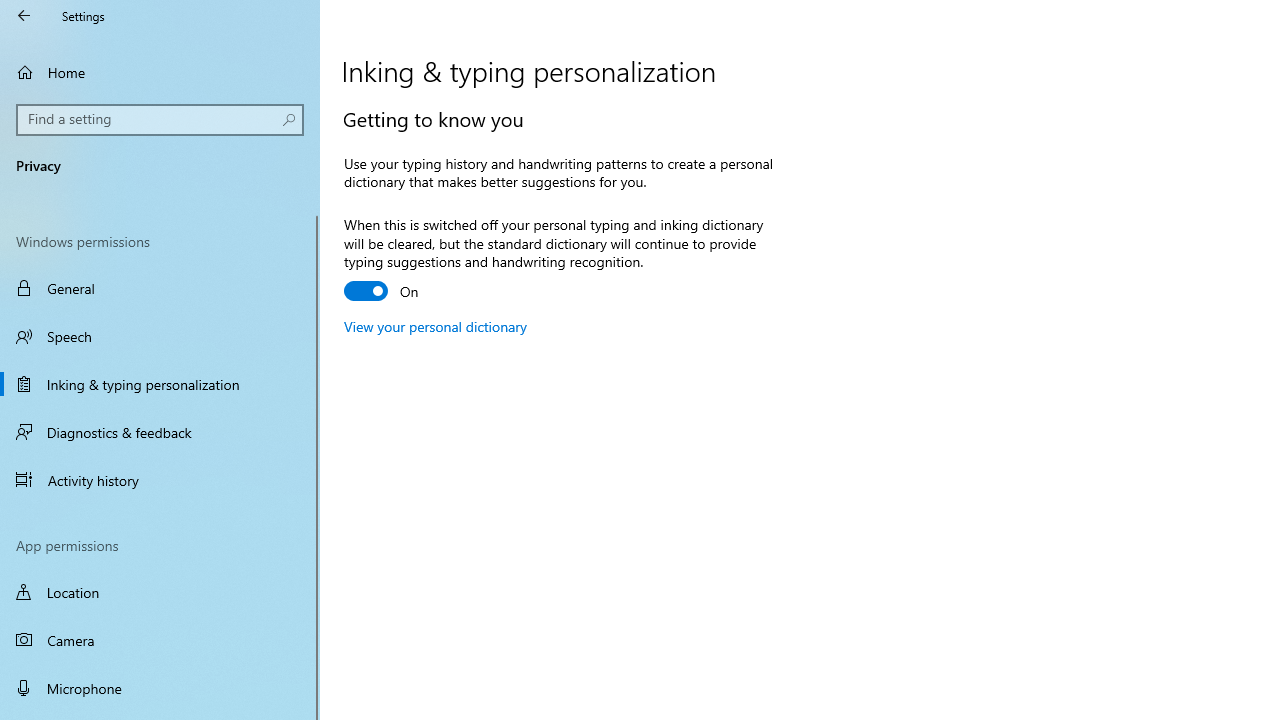 This screenshot has width=1280, height=720. Describe the element at coordinates (160, 640) in the screenshot. I see `'Camera'` at that location.